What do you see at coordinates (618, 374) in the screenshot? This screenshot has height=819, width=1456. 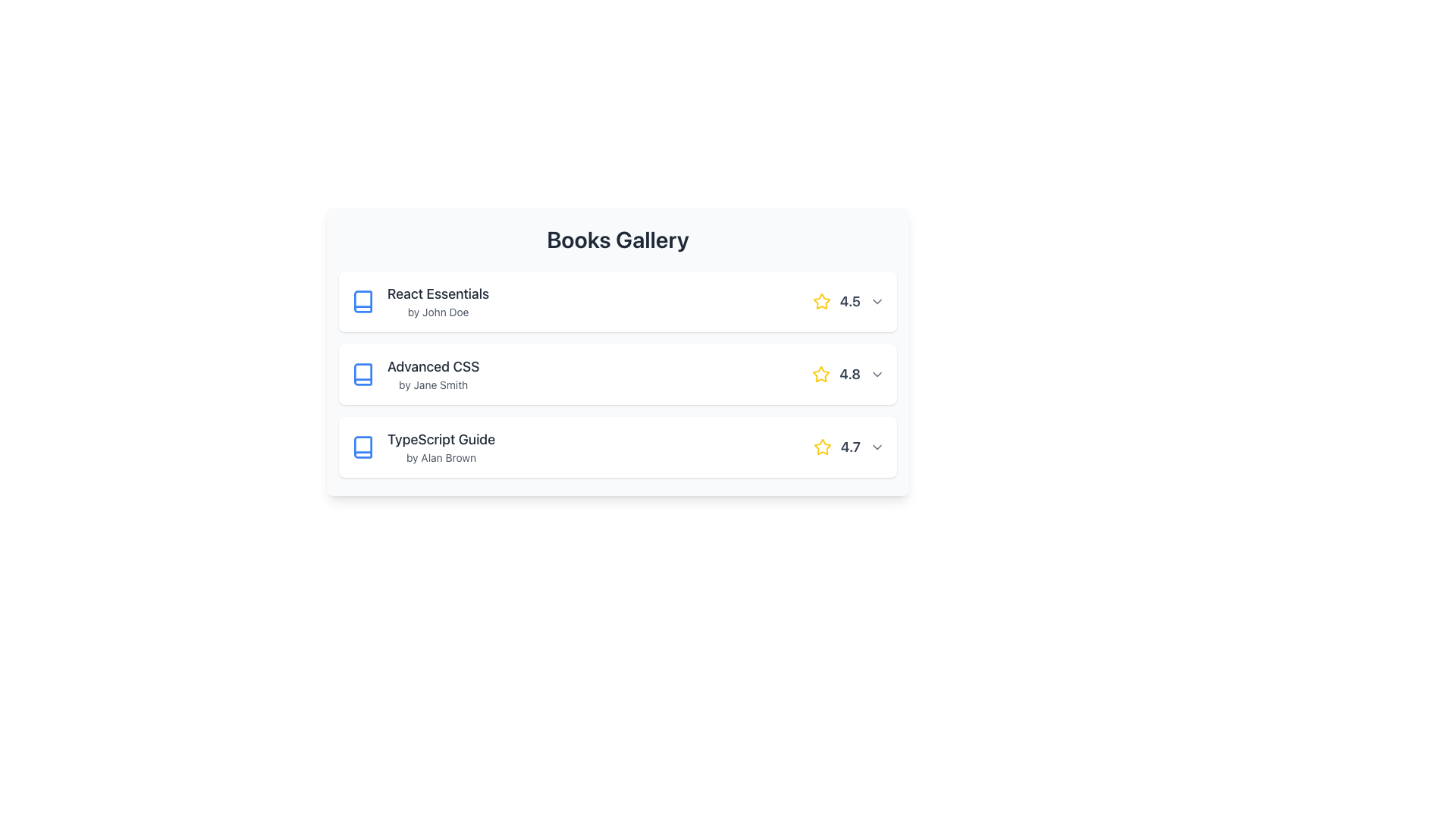 I see `the vertical list of book entries` at bounding box center [618, 374].